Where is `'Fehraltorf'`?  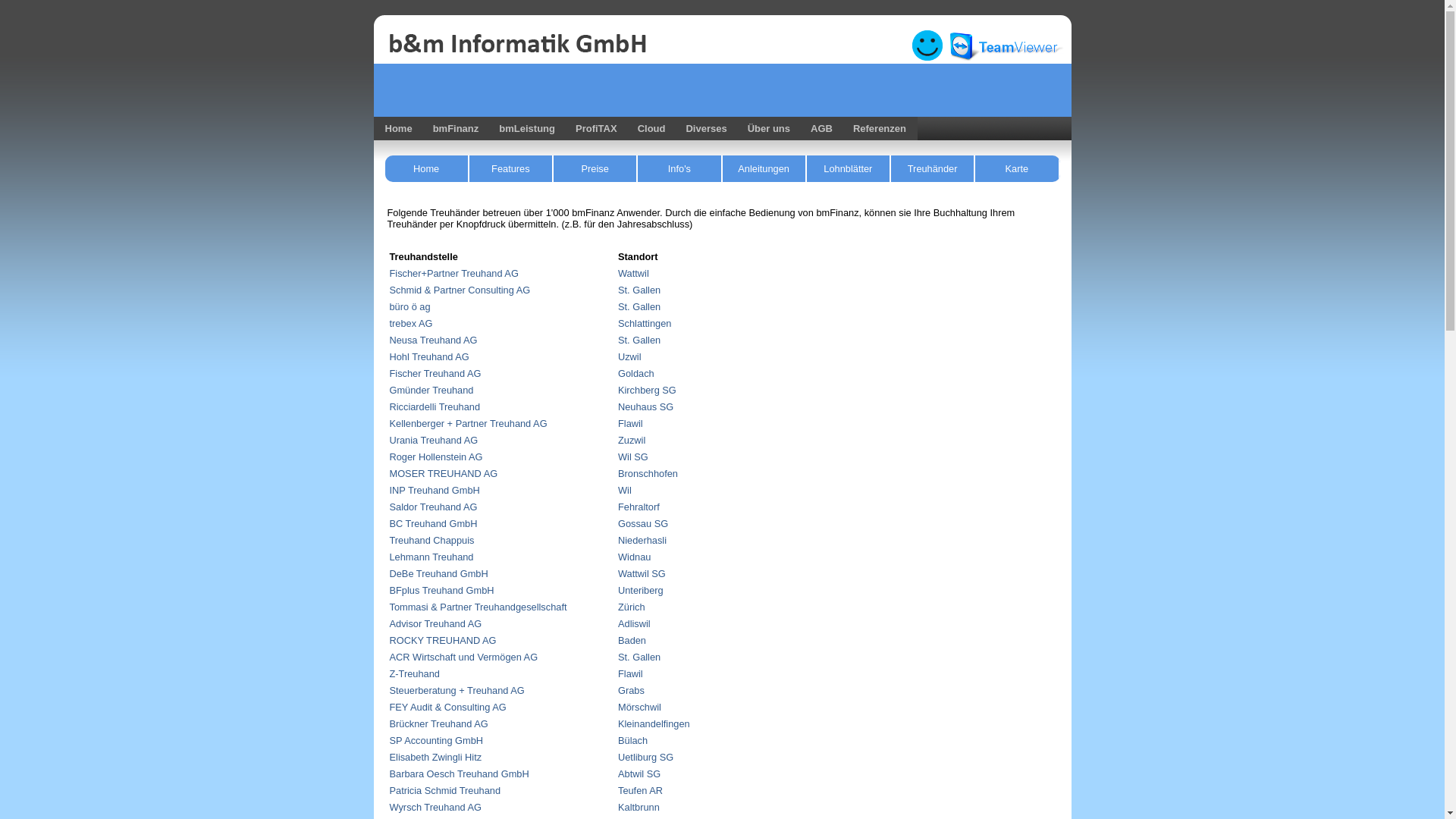 'Fehraltorf' is located at coordinates (618, 507).